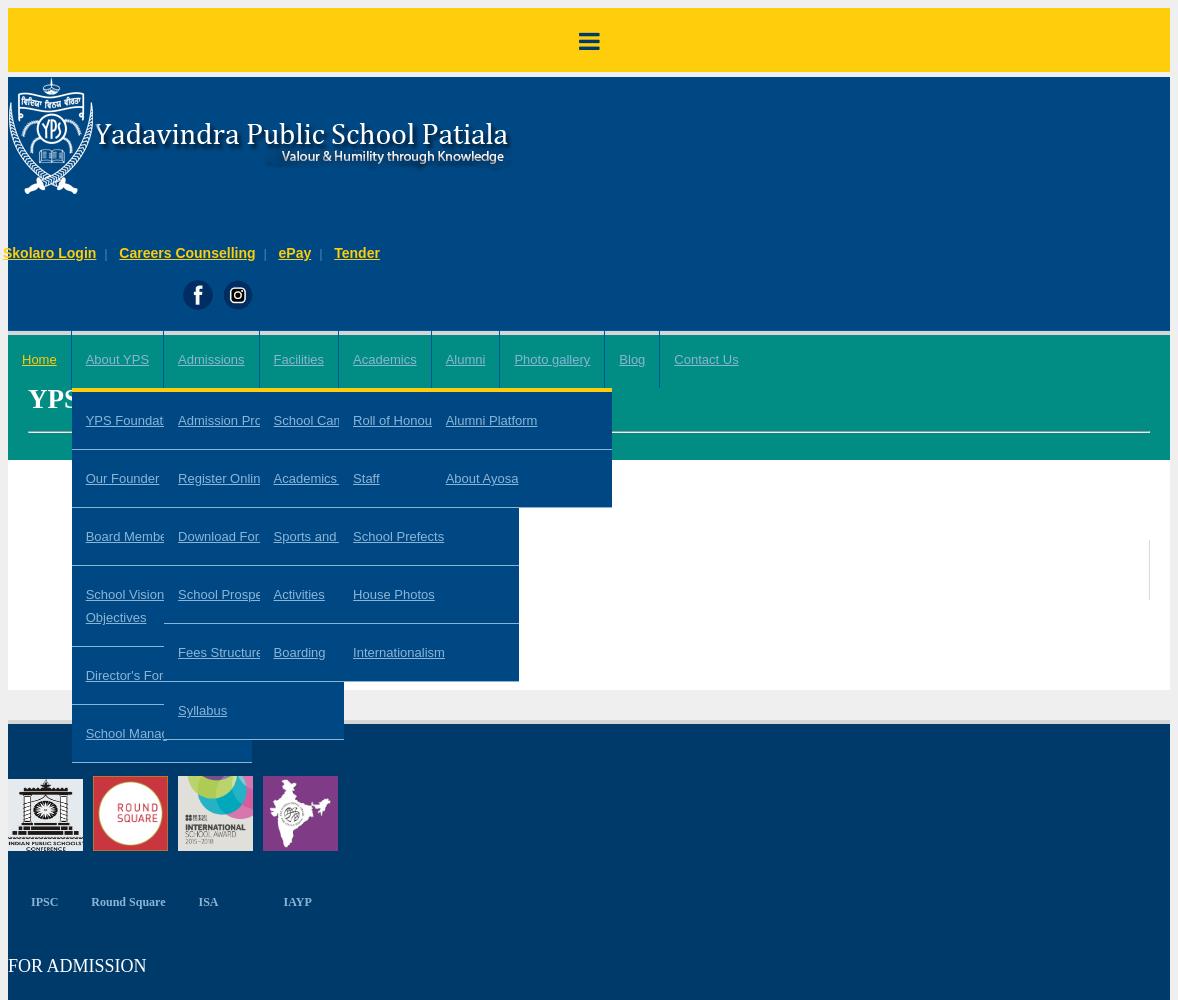 The image size is (1178, 1000). I want to click on 'Round Square', so click(127, 901).